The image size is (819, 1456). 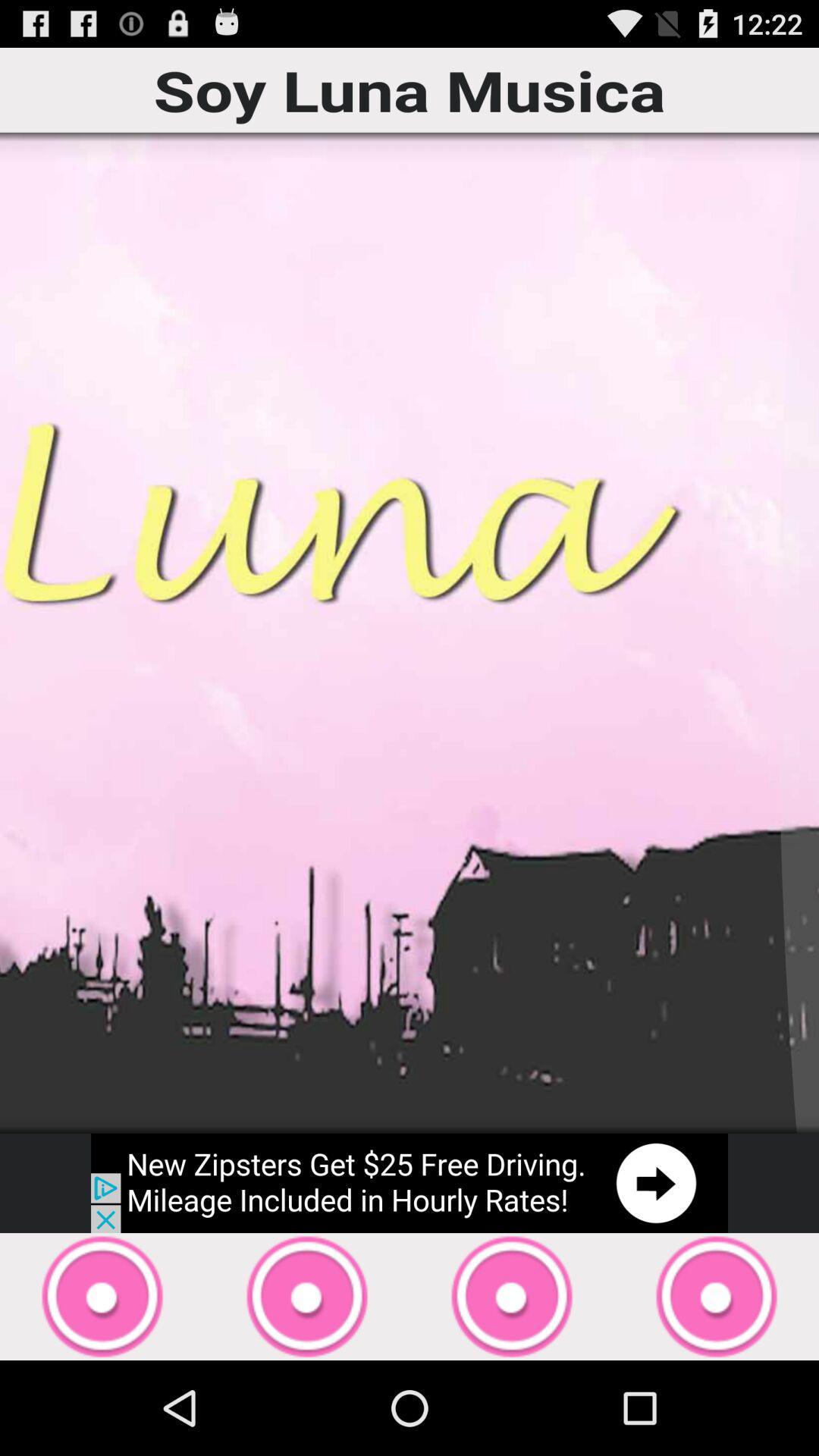 What do you see at coordinates (409, 1182) in the screenshot?
I see `click advertisement` at bounding box center [409, 1182].